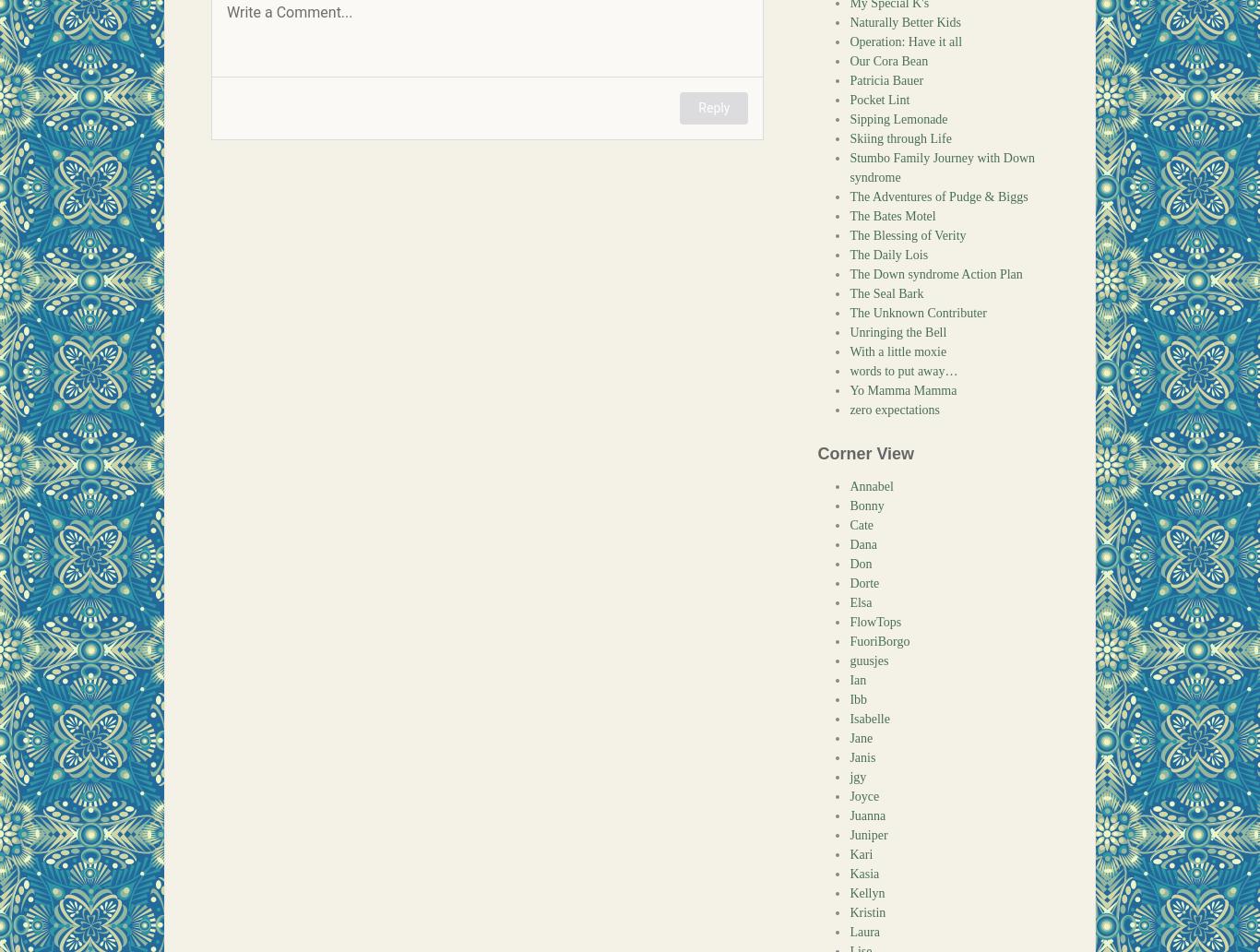  I want to click on 'Stumbo Family Journey with Down syndrome', so click(942, 167).